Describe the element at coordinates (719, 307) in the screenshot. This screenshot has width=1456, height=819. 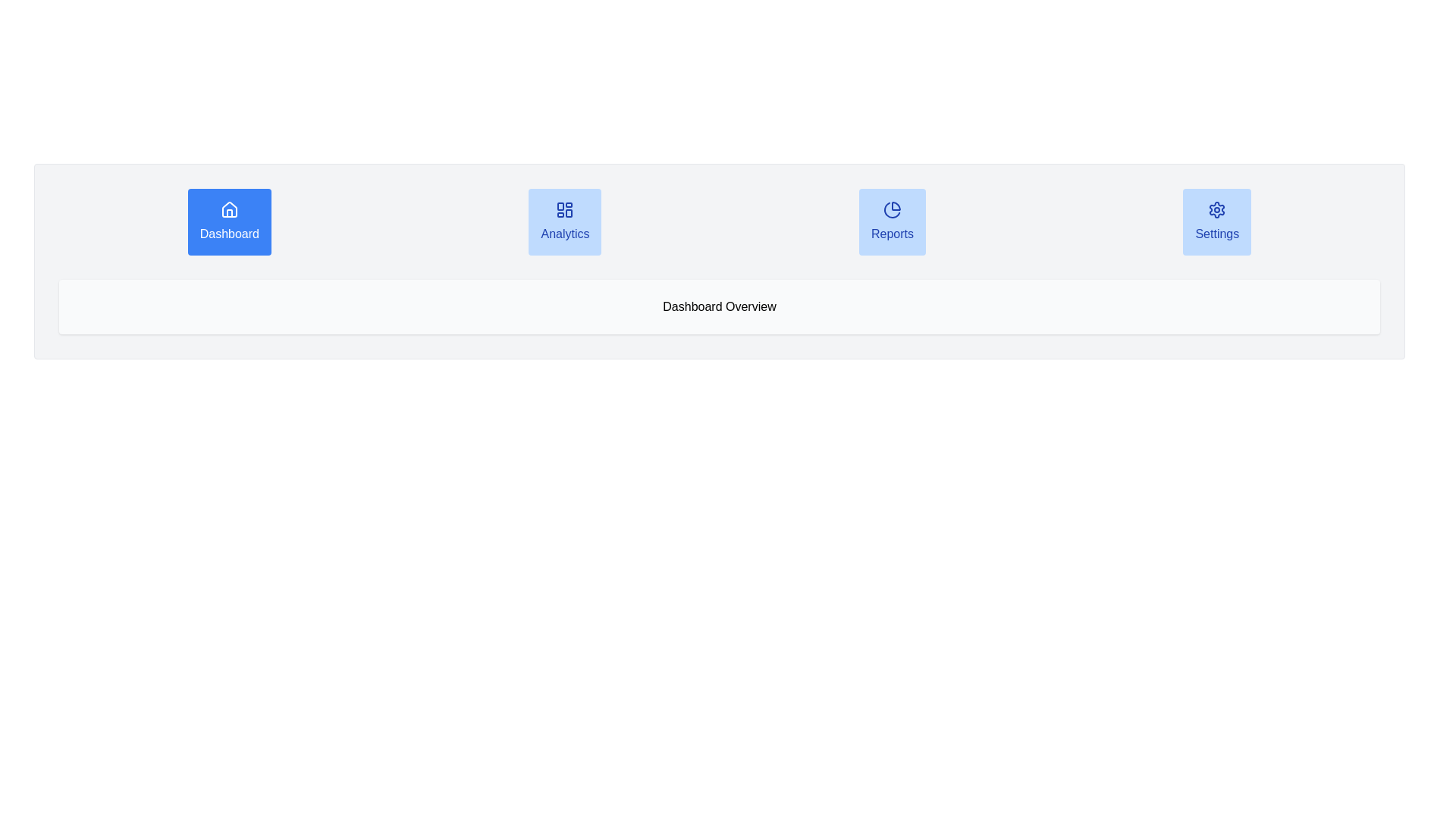
I see `the text label displaying 'Dashboard Overview', which is centrally positioned beneath the navigation items` at that location.